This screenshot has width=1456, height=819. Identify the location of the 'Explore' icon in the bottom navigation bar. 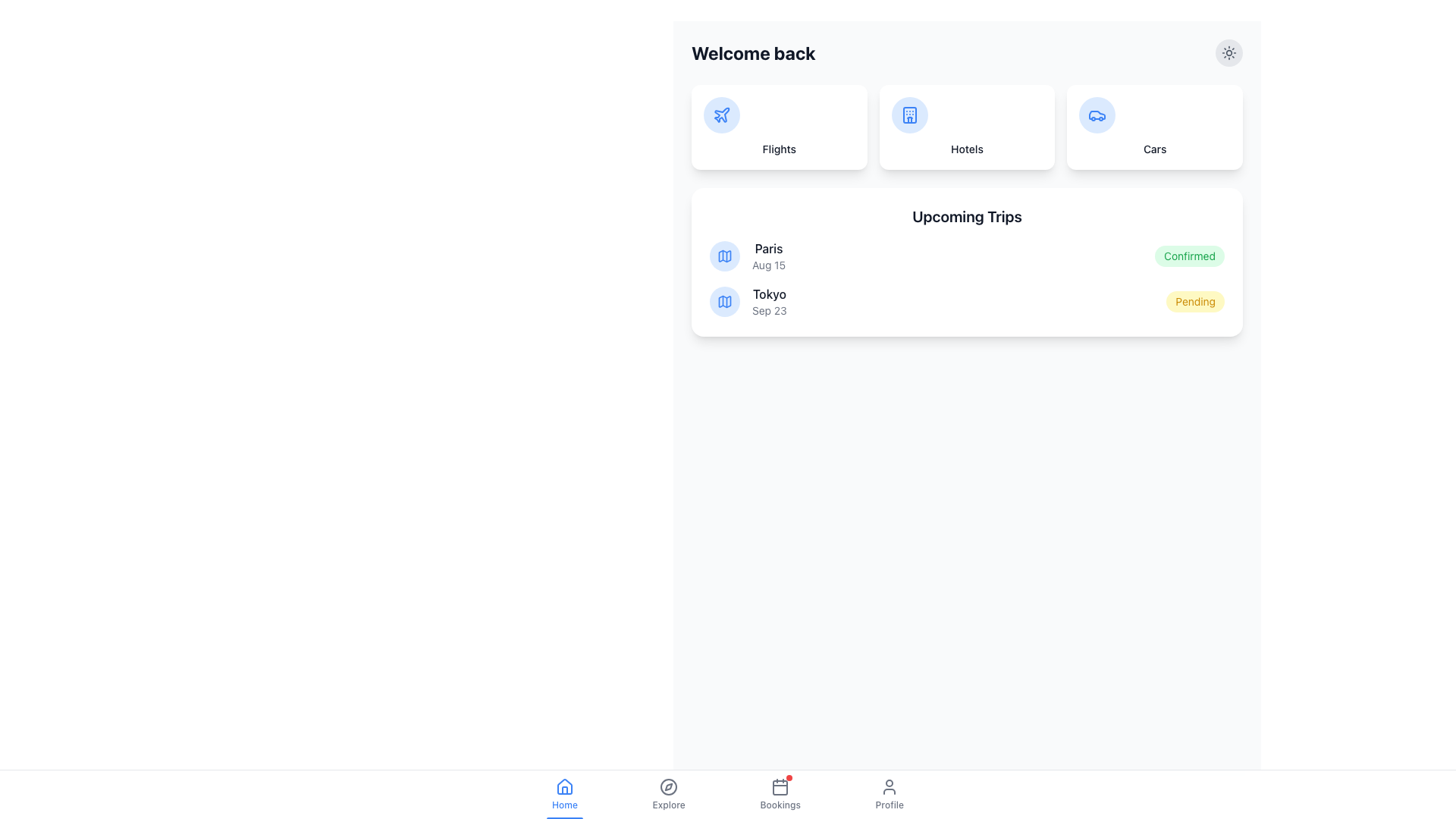
(668, 786).